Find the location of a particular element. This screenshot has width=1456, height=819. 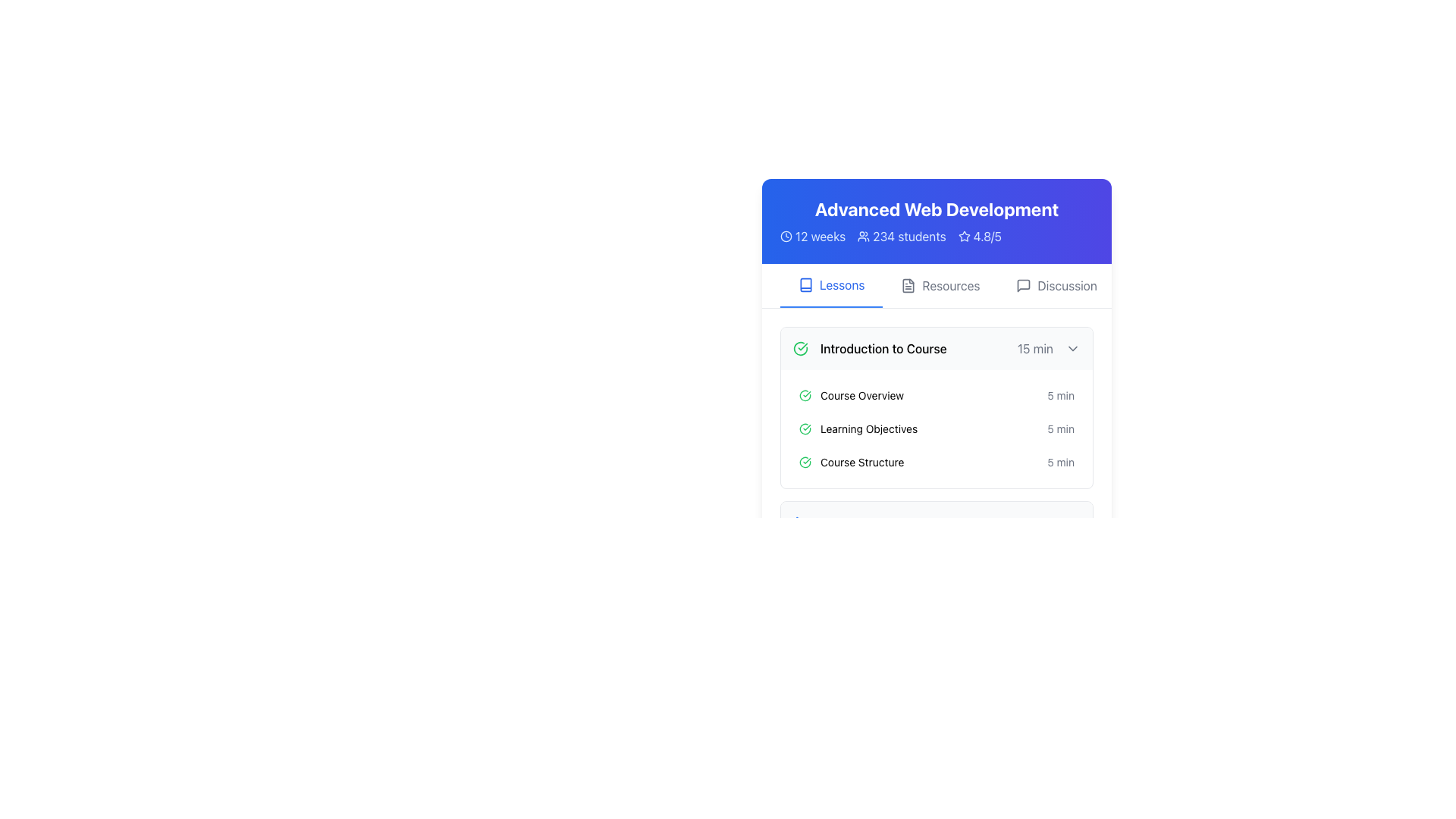

the textual component displaying the word 'Discussion' in dark gray color is located at coordinates (1066, 286).